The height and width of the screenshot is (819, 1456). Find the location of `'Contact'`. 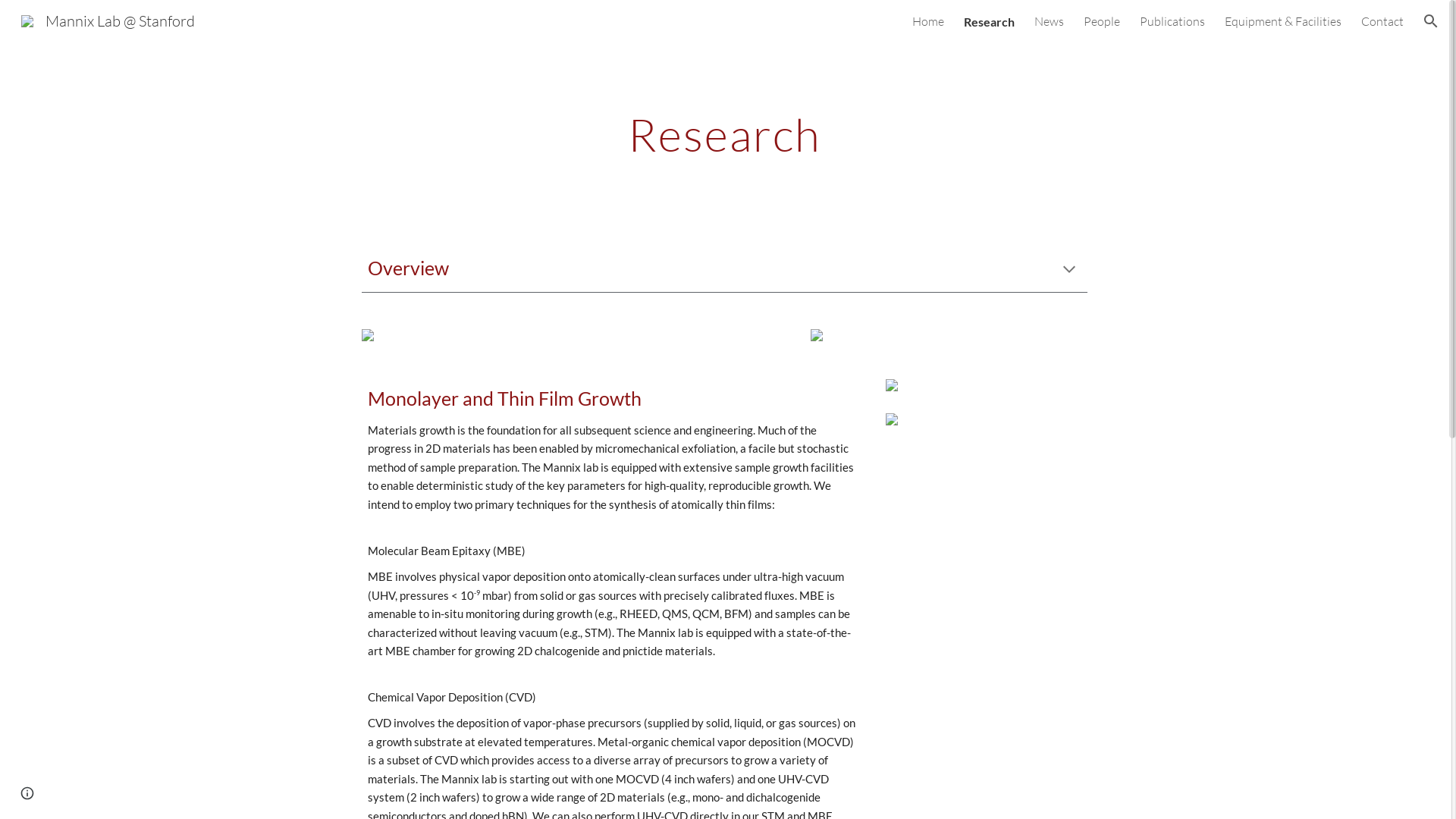

'Contact' is located at coordinates (1382, 20).